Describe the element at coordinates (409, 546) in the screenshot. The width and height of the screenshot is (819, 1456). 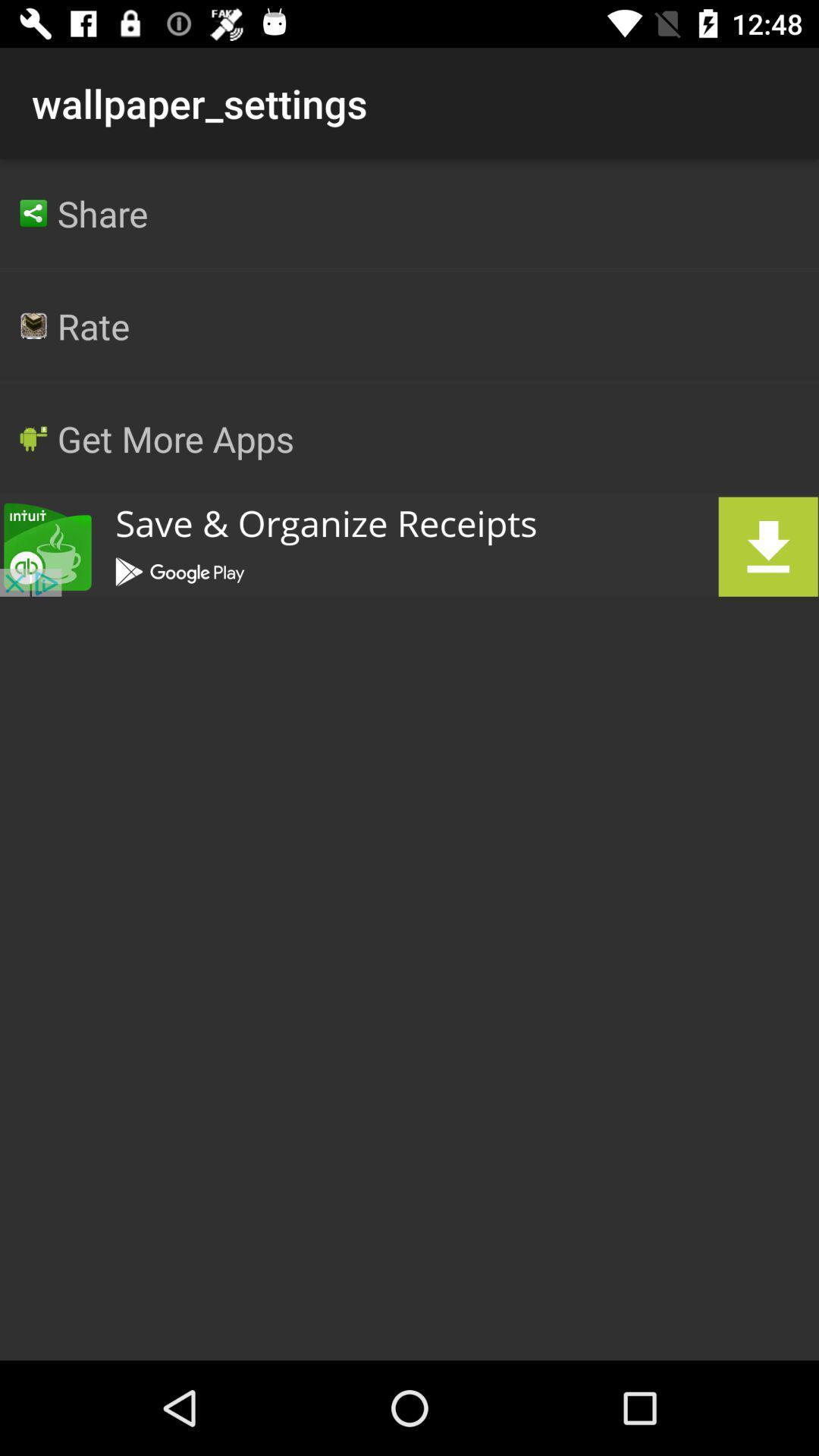
I see `todo aqui` at that location.